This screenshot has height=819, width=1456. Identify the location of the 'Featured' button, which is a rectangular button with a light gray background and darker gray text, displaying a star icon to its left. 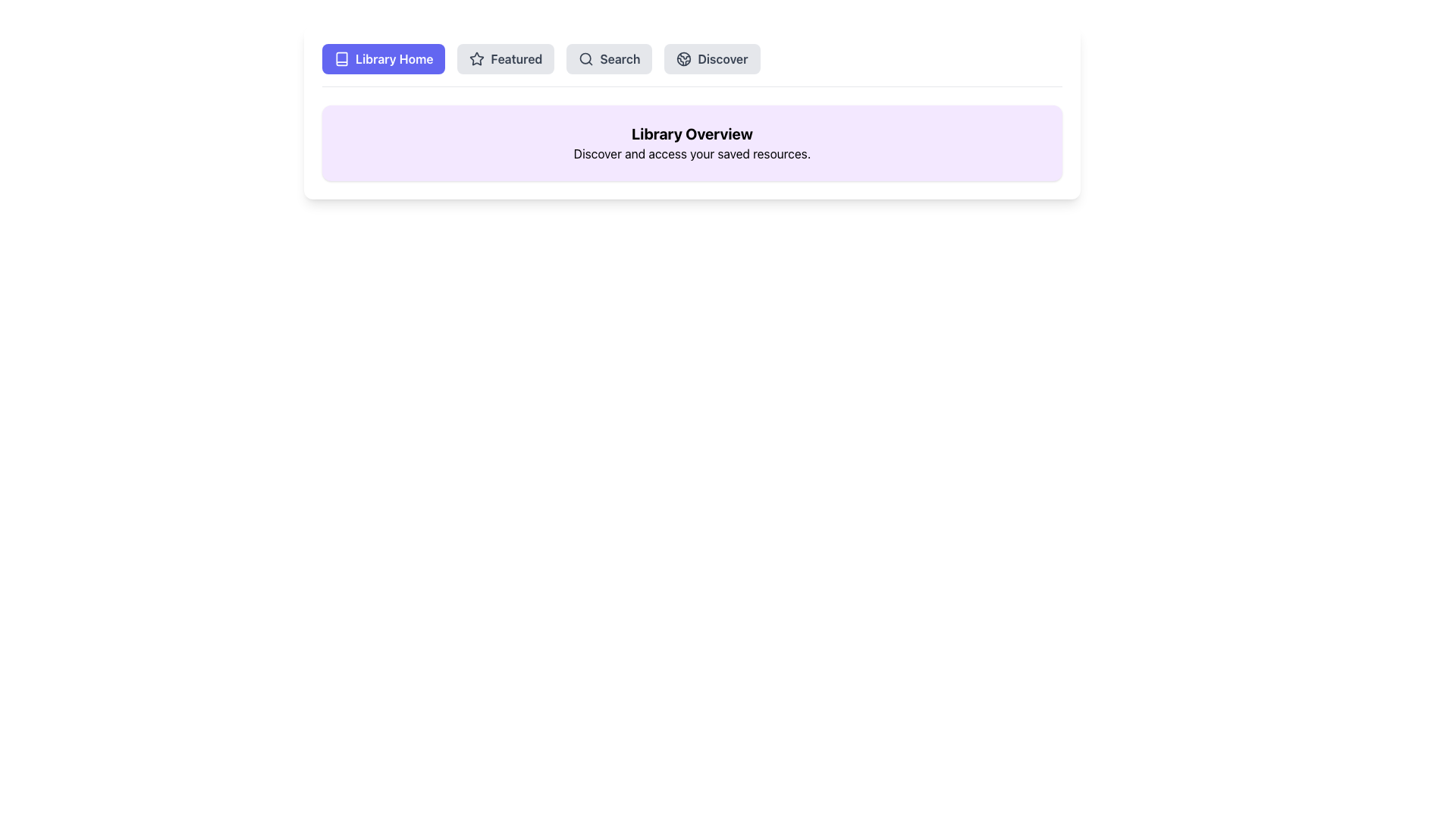
(506, 58).